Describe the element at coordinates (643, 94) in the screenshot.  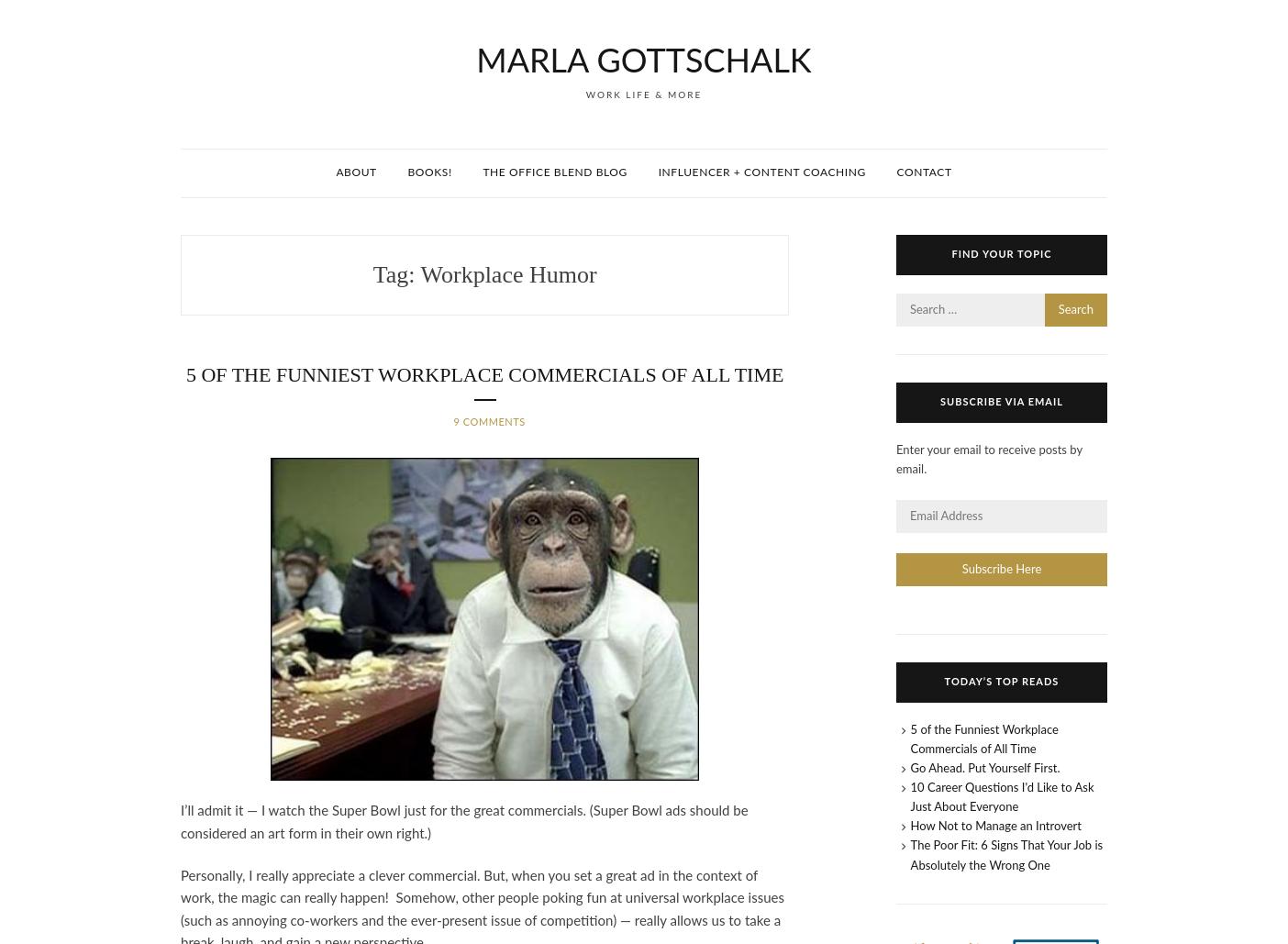
I see `'Work Life & More'` at that location.